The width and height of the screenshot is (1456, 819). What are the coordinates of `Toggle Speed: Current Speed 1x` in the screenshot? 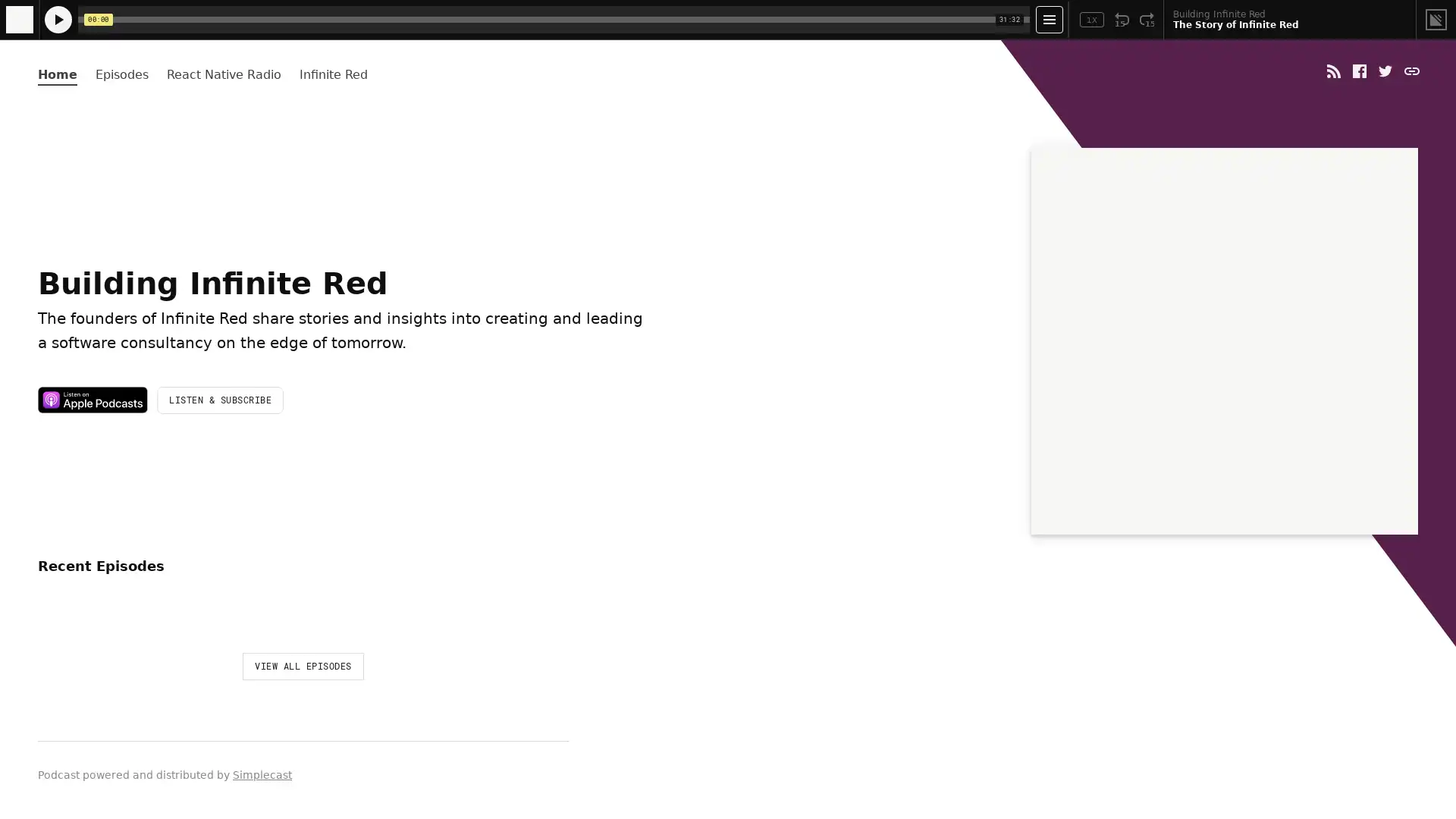 It's located at (1092, 20).